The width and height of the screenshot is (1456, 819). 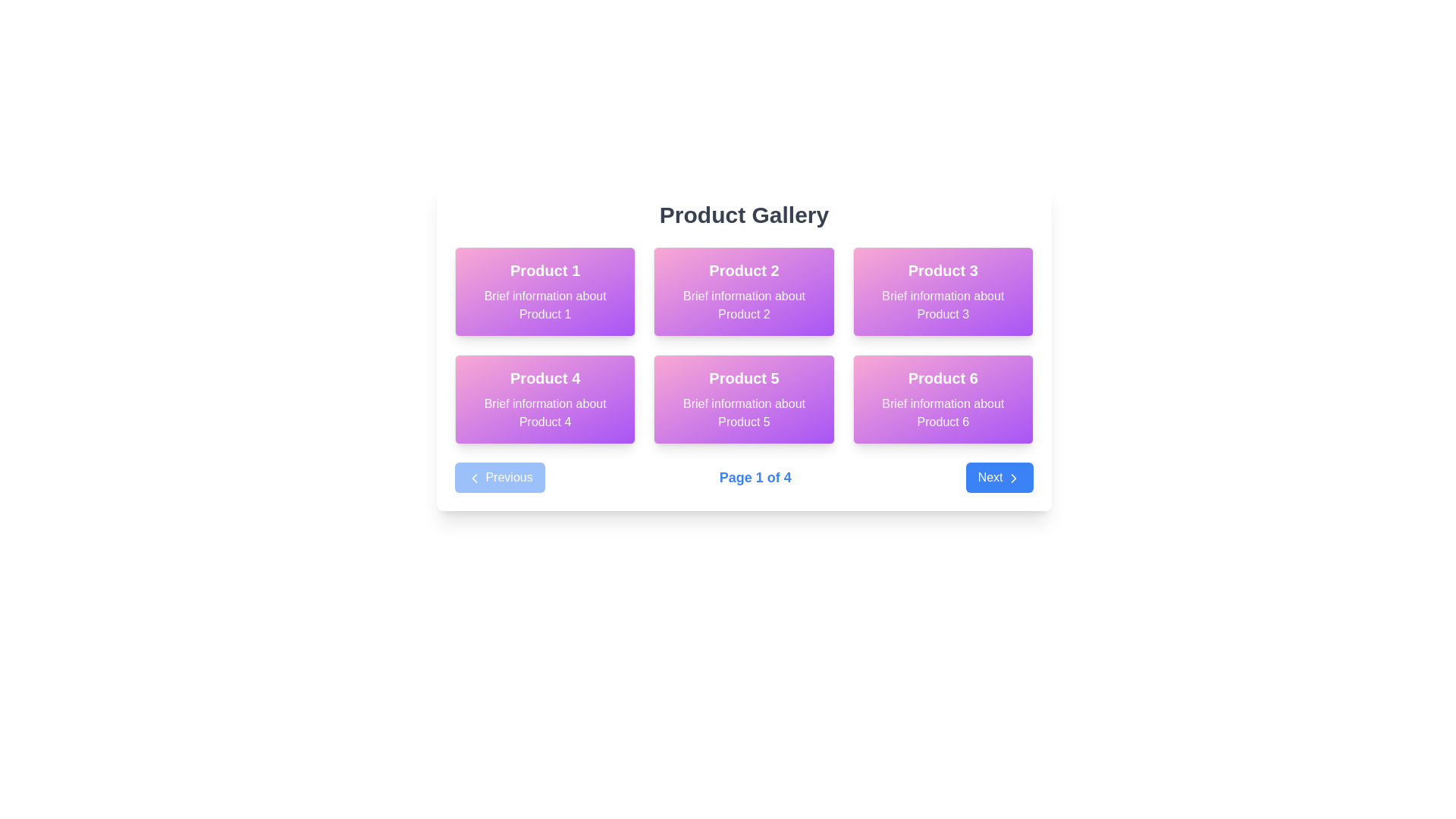 I want to click on the product card representing the fifth product in the gallery, located in the second row and second column of the grid layout, so click(x=744, y=399).